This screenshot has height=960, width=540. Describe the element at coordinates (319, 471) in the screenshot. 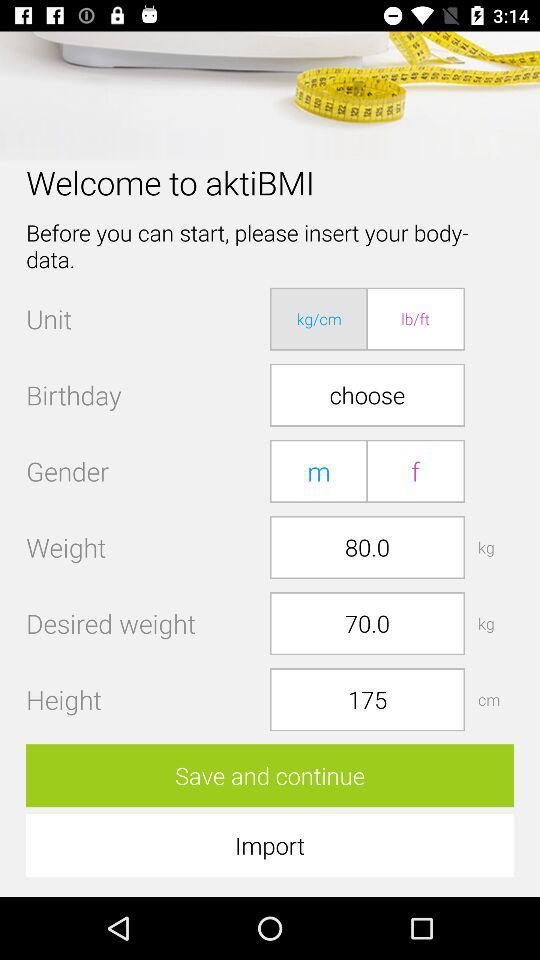

I see `item below the choose item` at that location.